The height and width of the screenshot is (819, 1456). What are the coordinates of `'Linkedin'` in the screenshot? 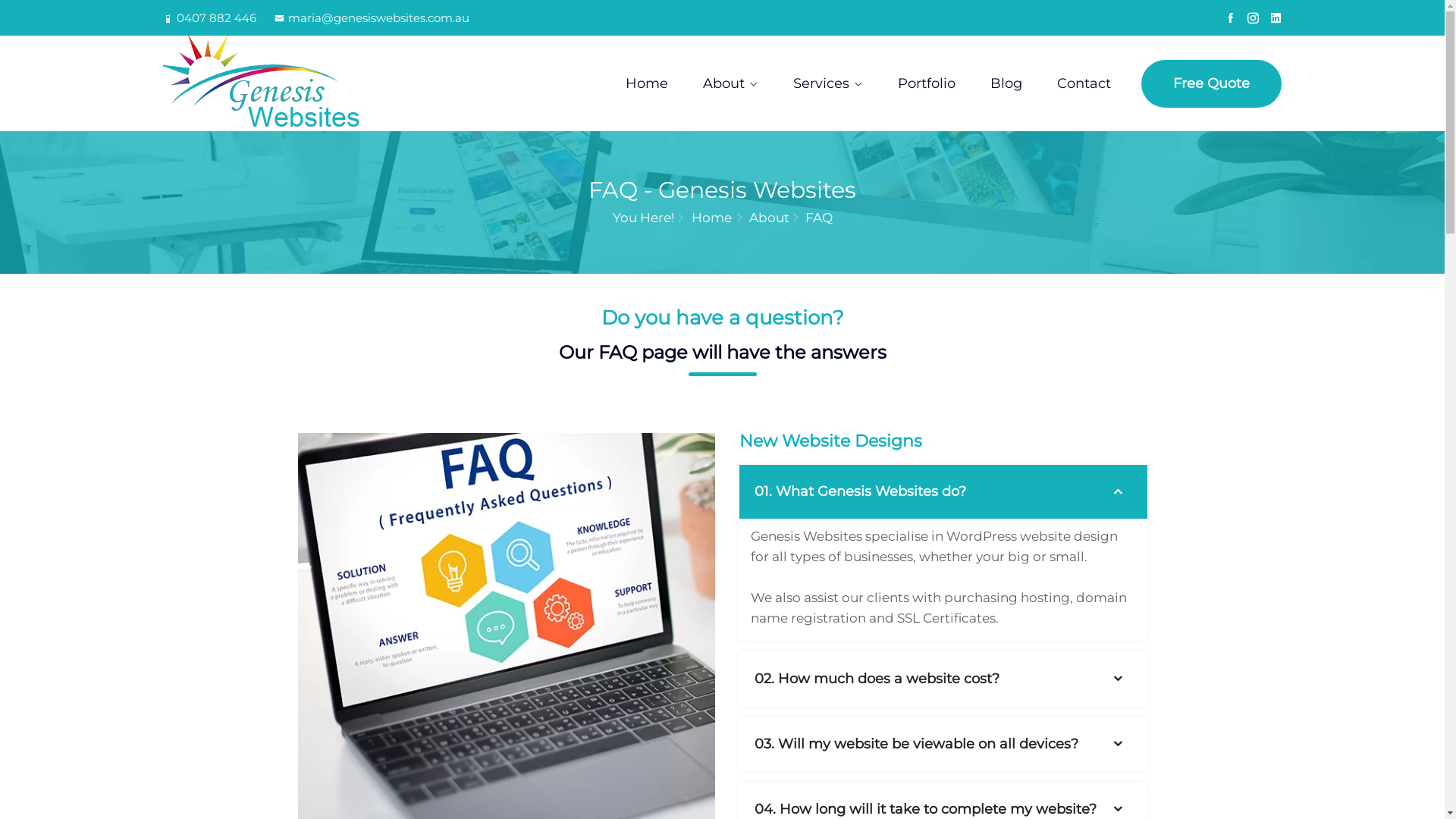 It's located at (1270, 17).